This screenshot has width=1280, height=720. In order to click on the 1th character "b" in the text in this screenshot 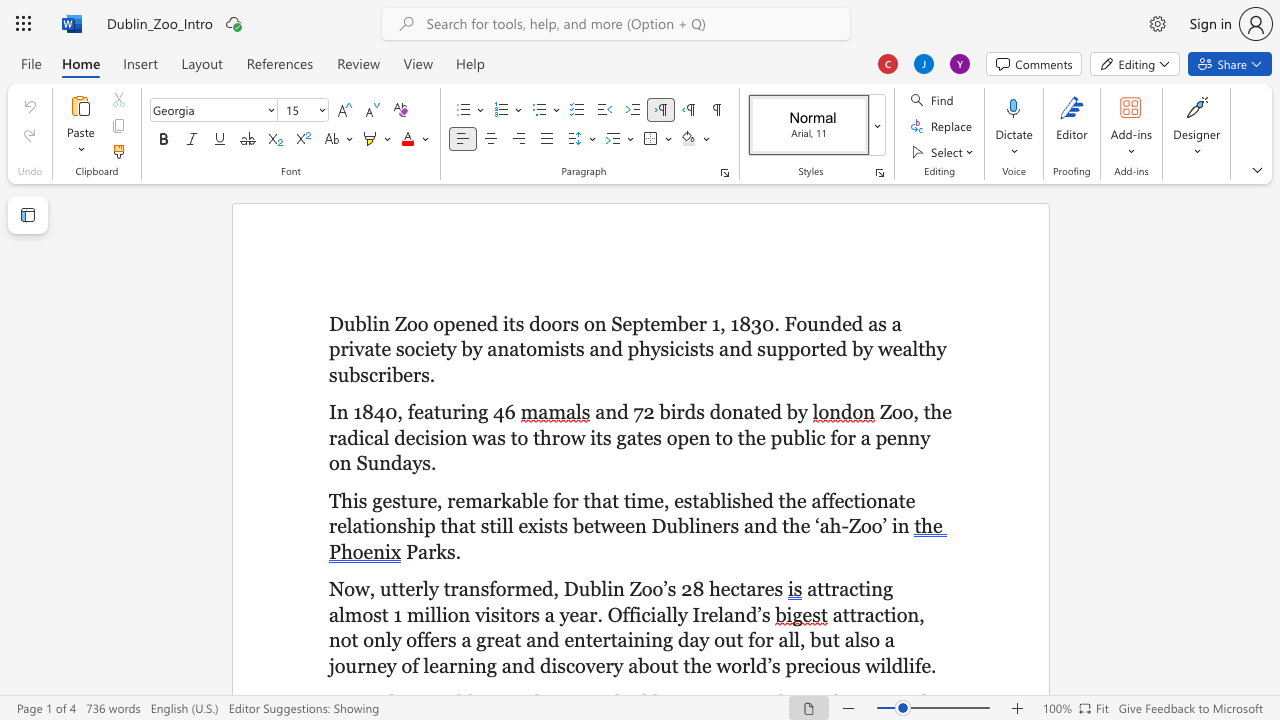, I will do `click(594, 588)`.